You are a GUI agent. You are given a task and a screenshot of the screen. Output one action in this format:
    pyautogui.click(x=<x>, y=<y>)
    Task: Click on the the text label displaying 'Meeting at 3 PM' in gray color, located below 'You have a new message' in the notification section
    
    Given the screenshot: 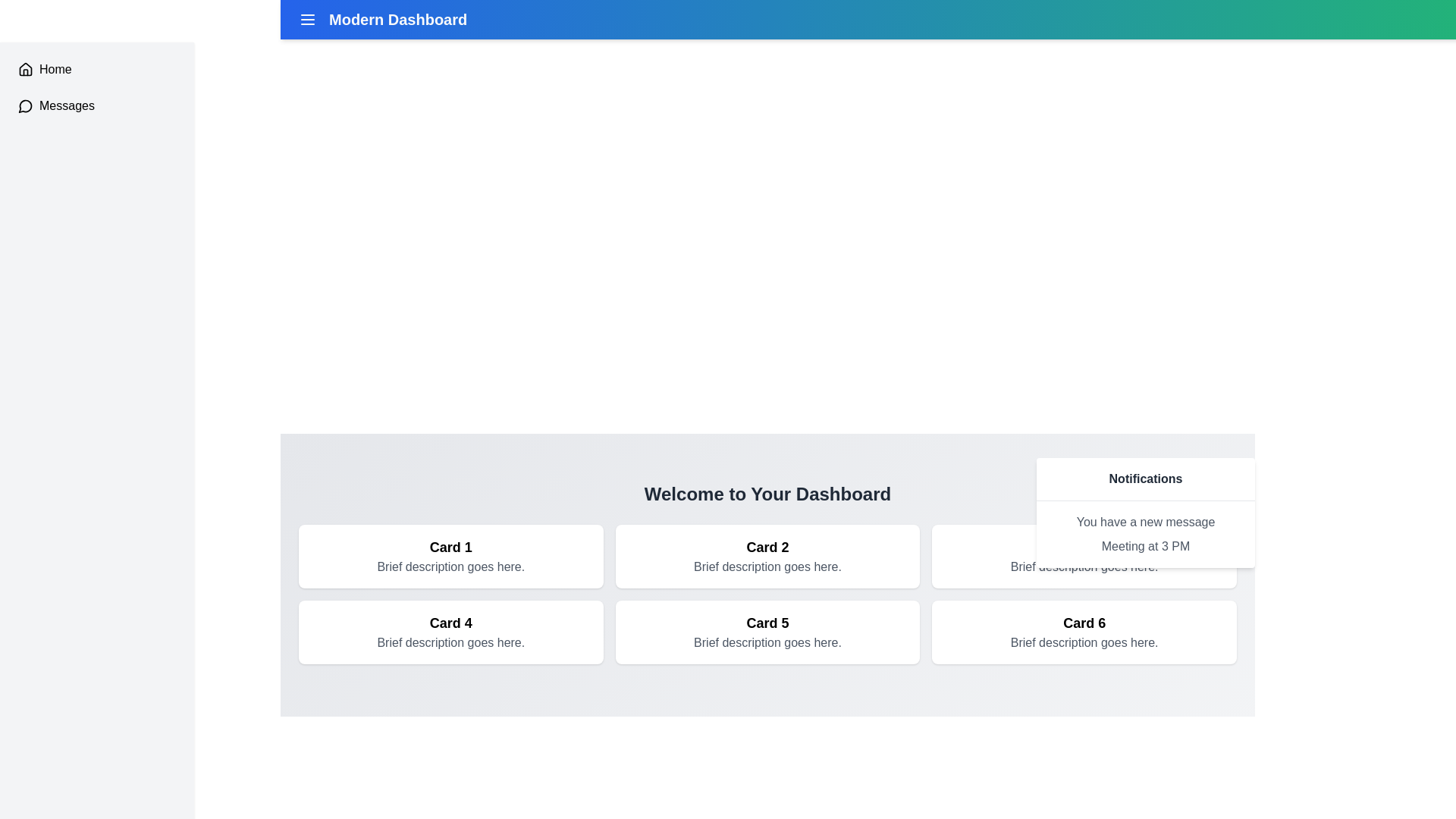 What is the action you would take?
    pyautogui.click(x=1146, y=547)
    